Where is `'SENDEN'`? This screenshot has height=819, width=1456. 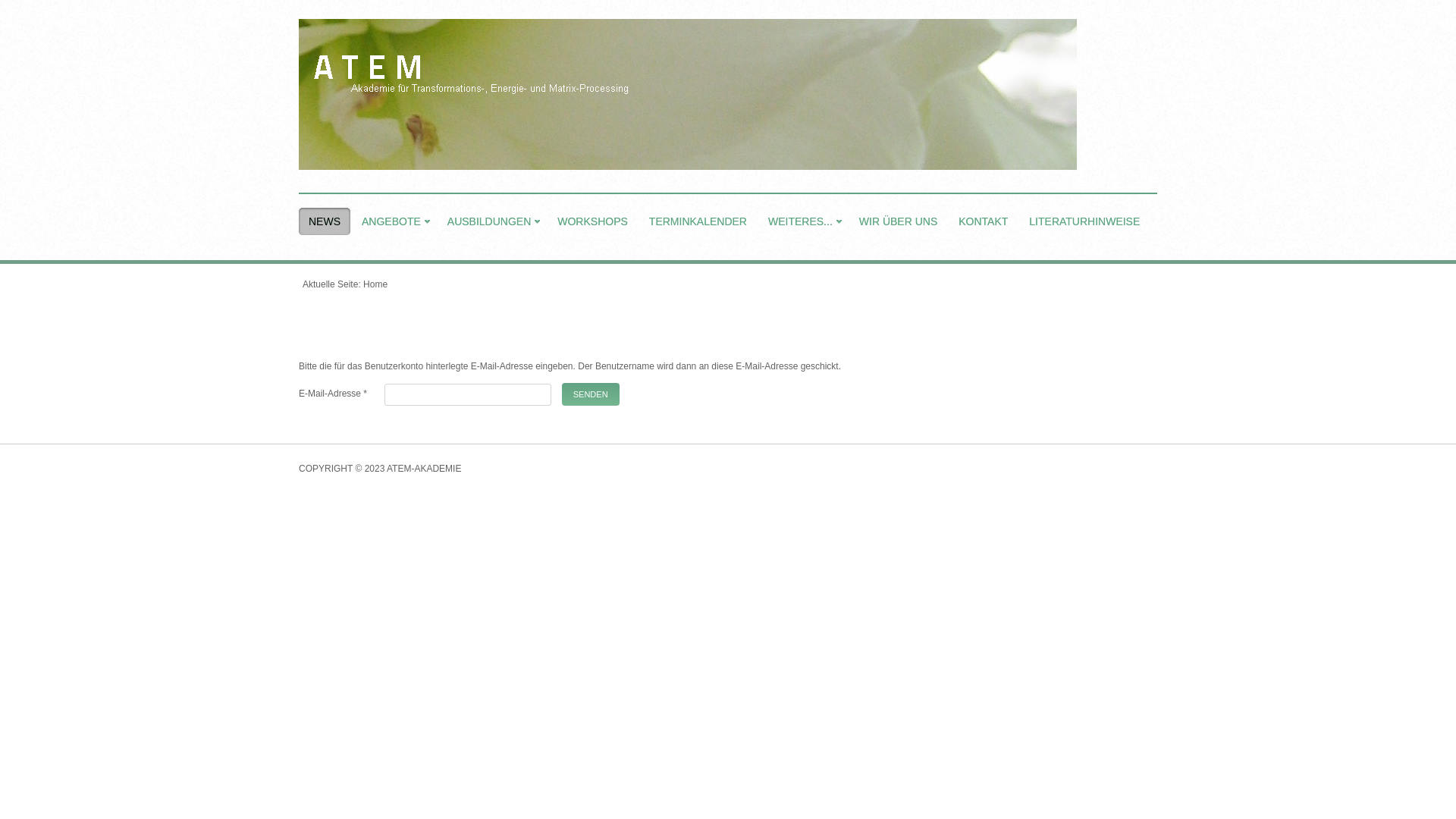 'SENDEN' is located at coordinates (589, 394).